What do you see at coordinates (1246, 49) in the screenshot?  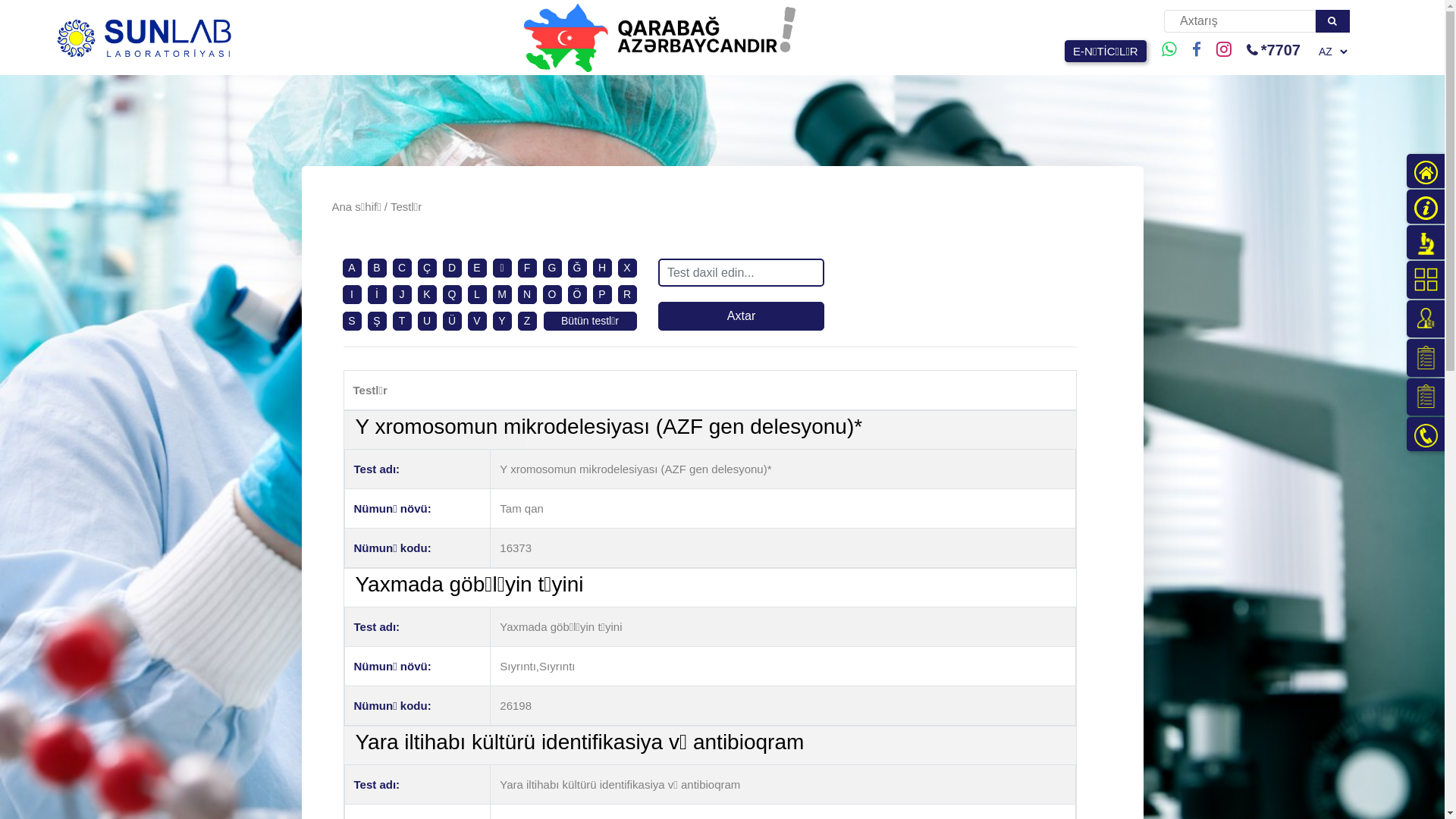 I see `'*7707'` at bounding box center [1246, 49].